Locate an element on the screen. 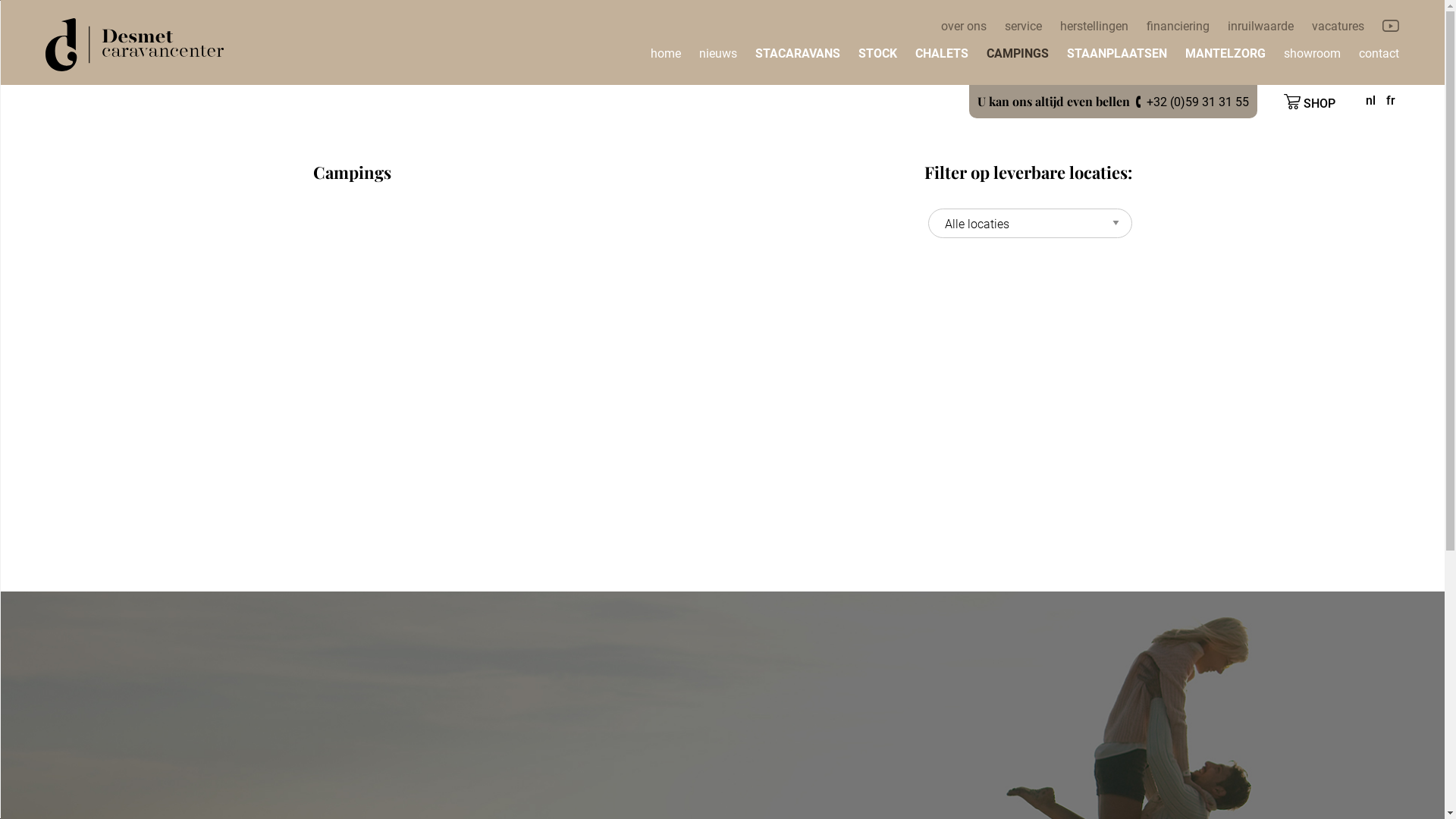 The width and height of the screenshot is (1456, 819). 'CAMPINGS' is located at coordinates (1018, 52).